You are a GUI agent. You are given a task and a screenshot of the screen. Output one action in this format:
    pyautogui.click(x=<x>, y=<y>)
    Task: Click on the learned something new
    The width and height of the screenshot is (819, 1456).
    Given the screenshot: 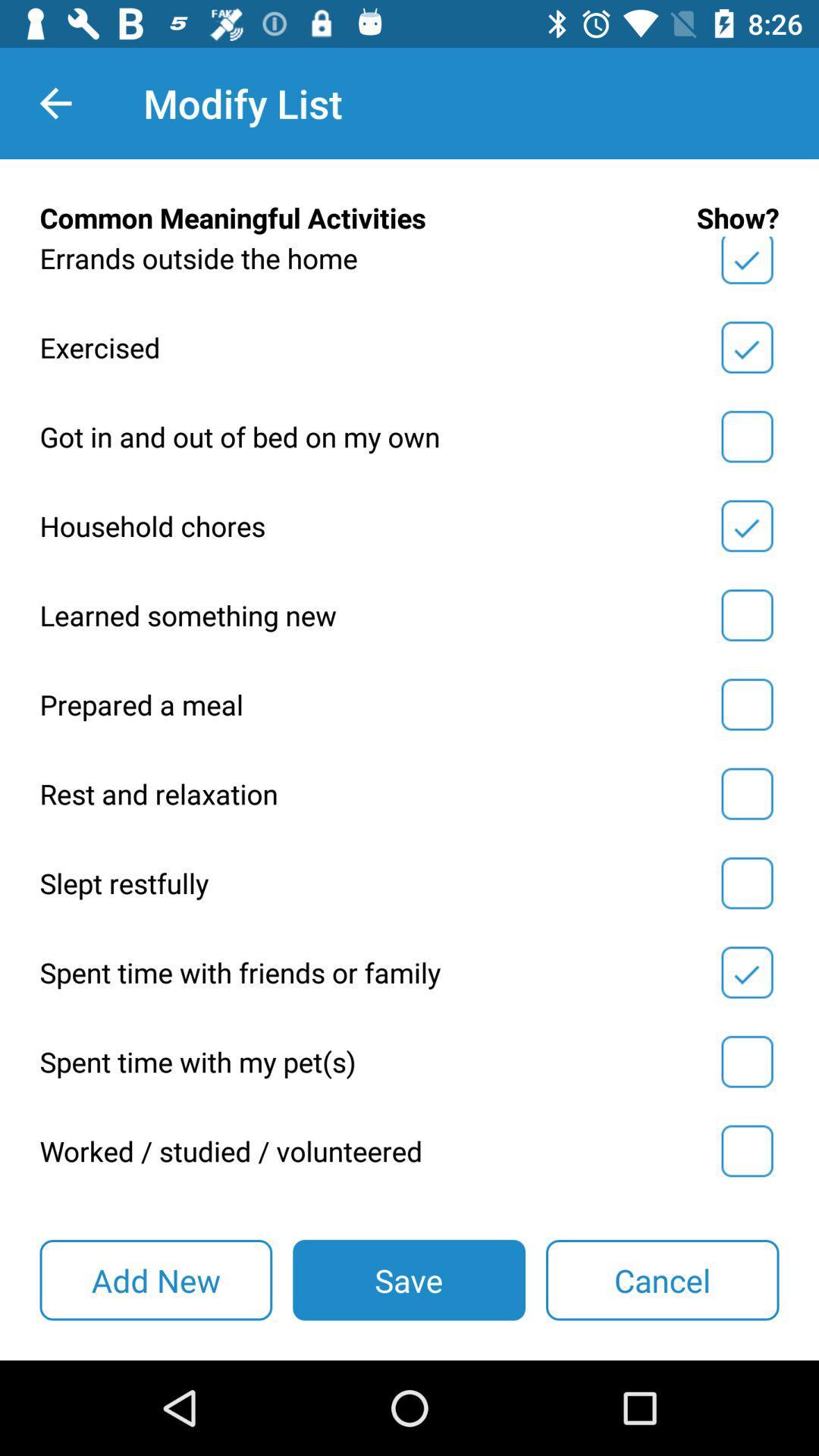 What is the action you would take?
    pyautogui.click(x=746, y=615)
    